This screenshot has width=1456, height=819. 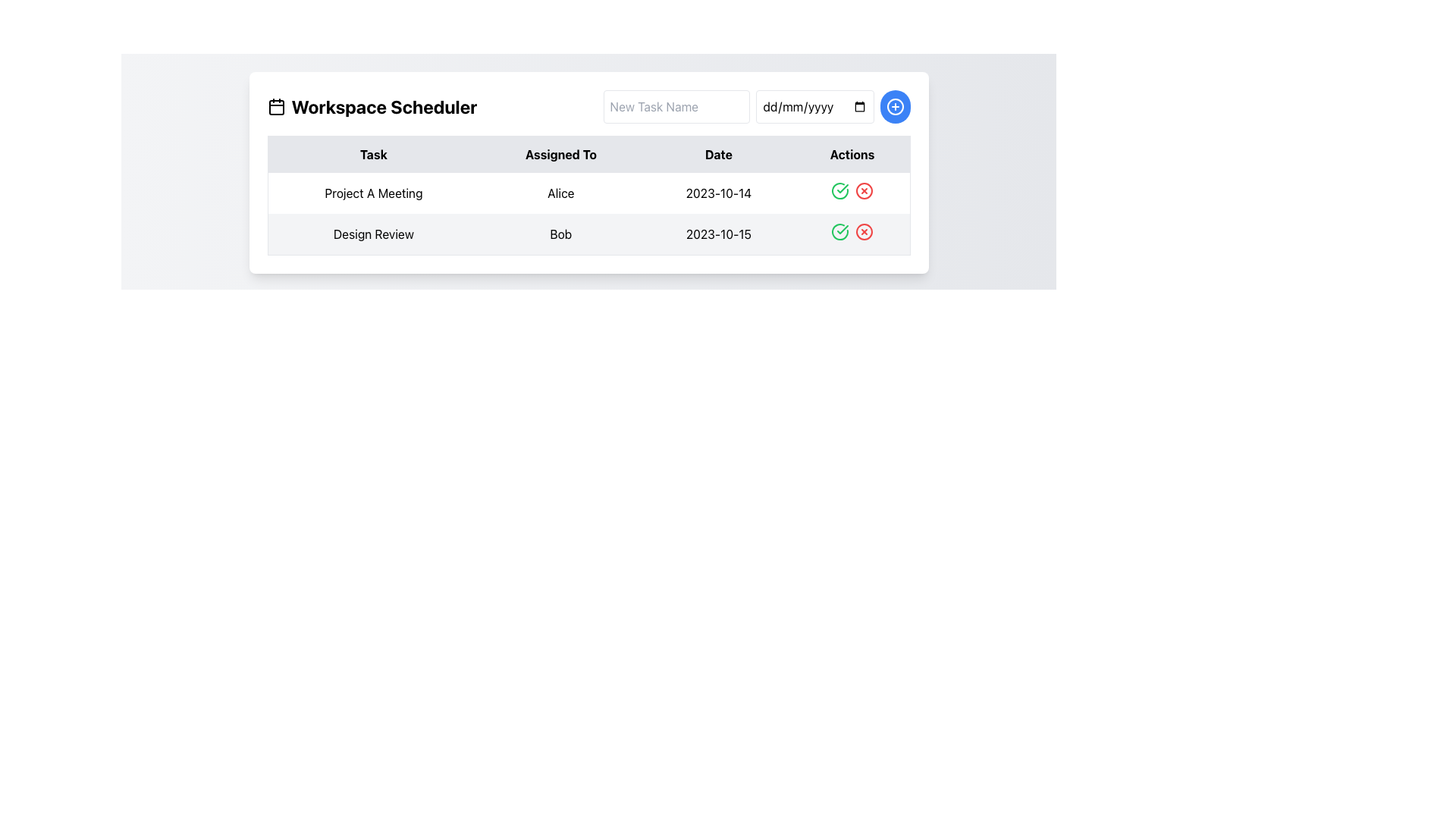 What do you see at coordinates (372, 106) in the screenshot?
I see `heading element that serves as the title for the scheduler workspace, located at the top-left section of the layout` at bounding box center [372, 106].